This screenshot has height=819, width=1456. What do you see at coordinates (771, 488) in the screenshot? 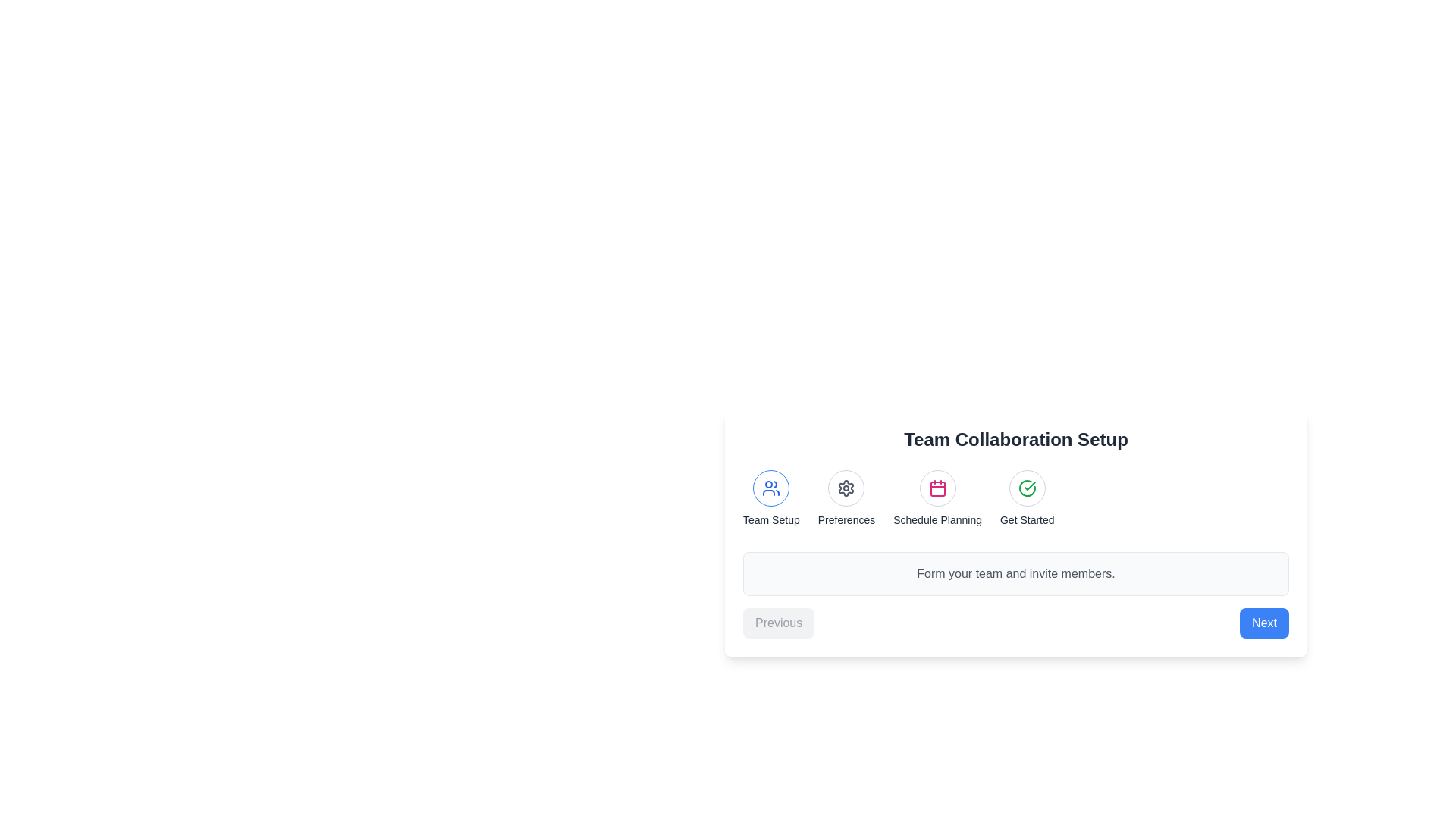
I see `the circular button with a thin blue border and an icon of two people, located in the 'Team Collaboration Setup' section` at bounding box center [771, 488].